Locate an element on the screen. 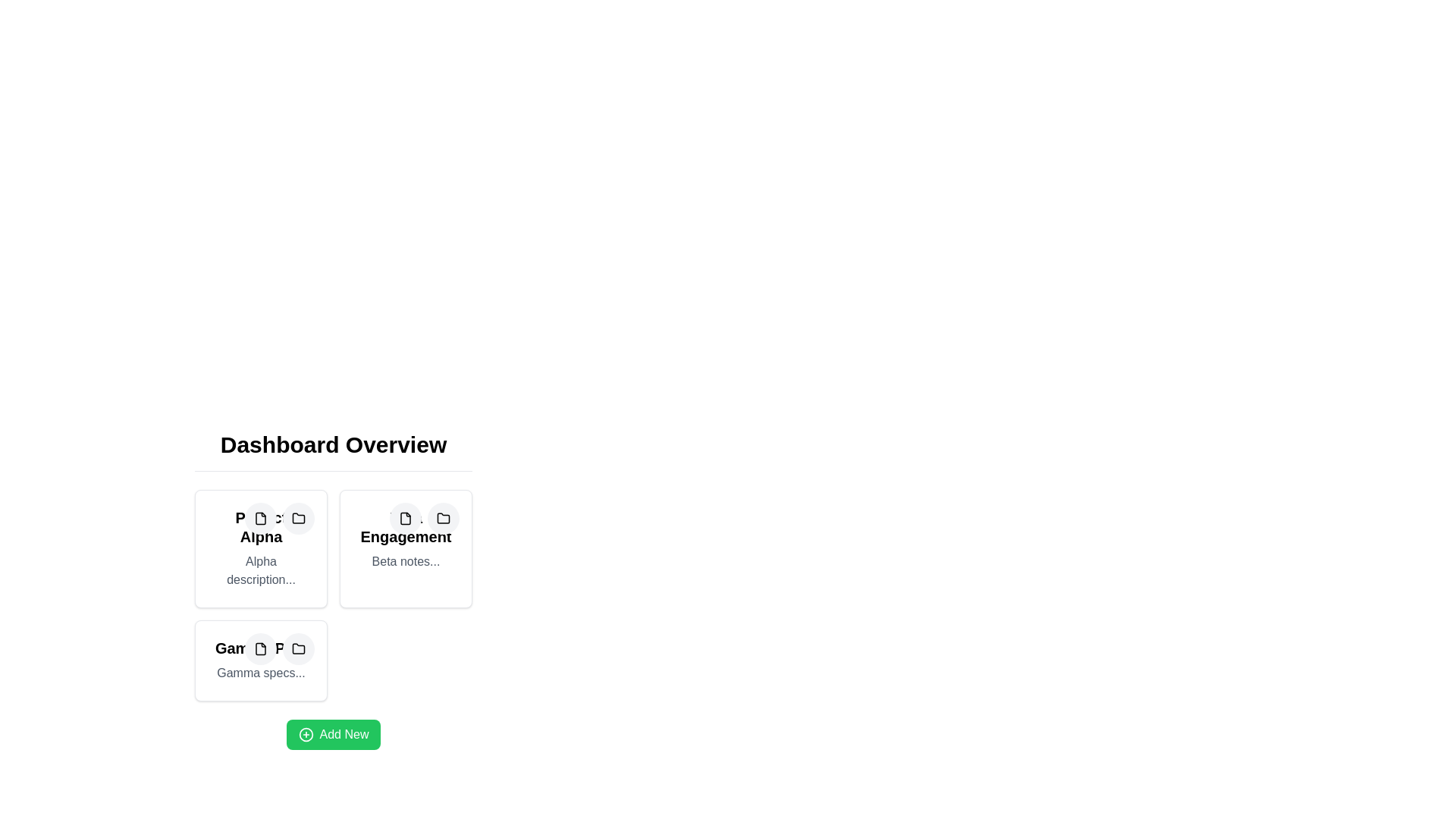 This screenshot has width=1456, height=819. the file-related action icon located within the 'Engagement' card is located at coordinates (405, 517).